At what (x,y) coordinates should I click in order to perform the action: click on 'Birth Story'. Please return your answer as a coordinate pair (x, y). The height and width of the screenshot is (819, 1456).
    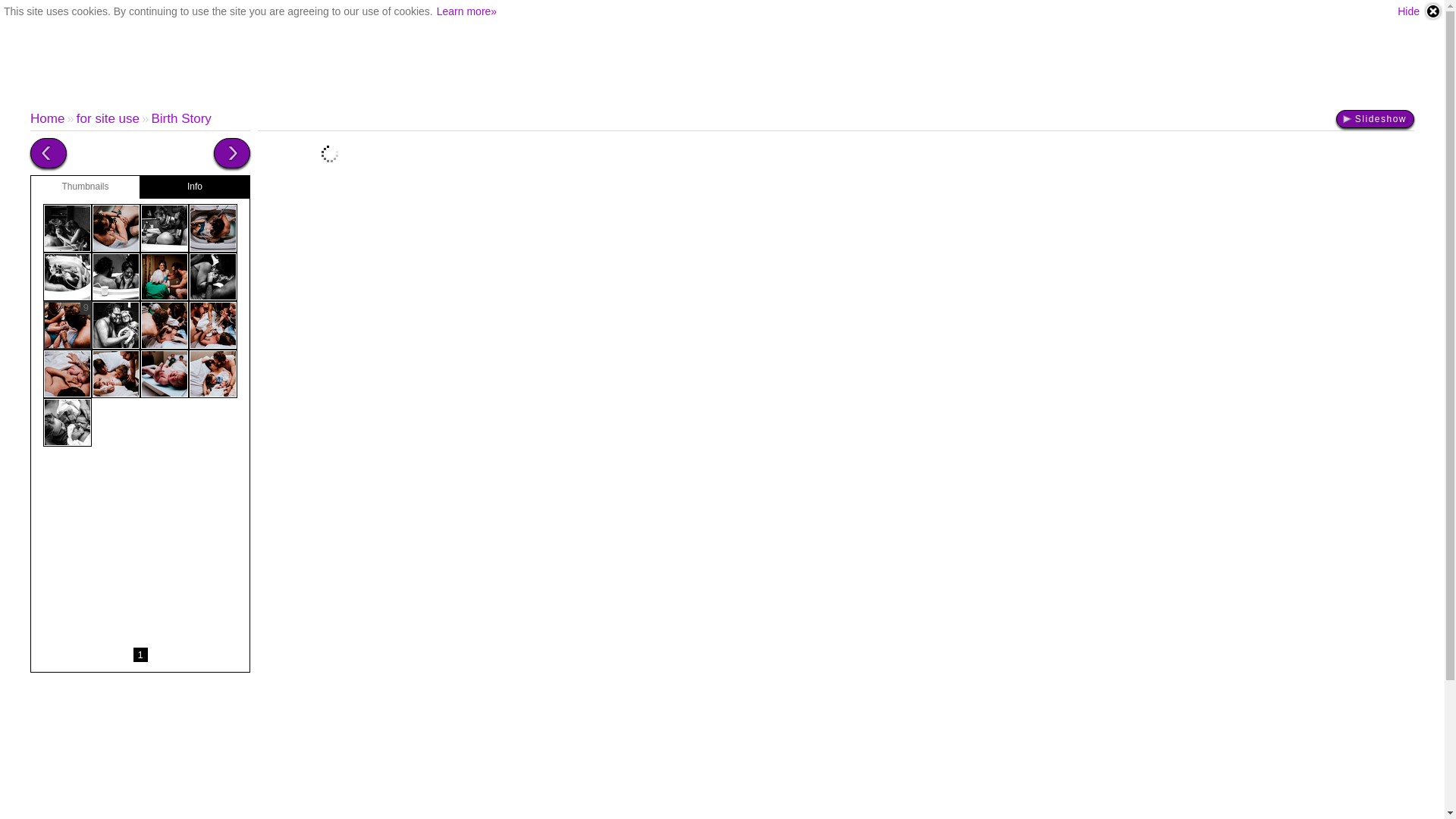
    Looking at the image, I should click on (180, 118).